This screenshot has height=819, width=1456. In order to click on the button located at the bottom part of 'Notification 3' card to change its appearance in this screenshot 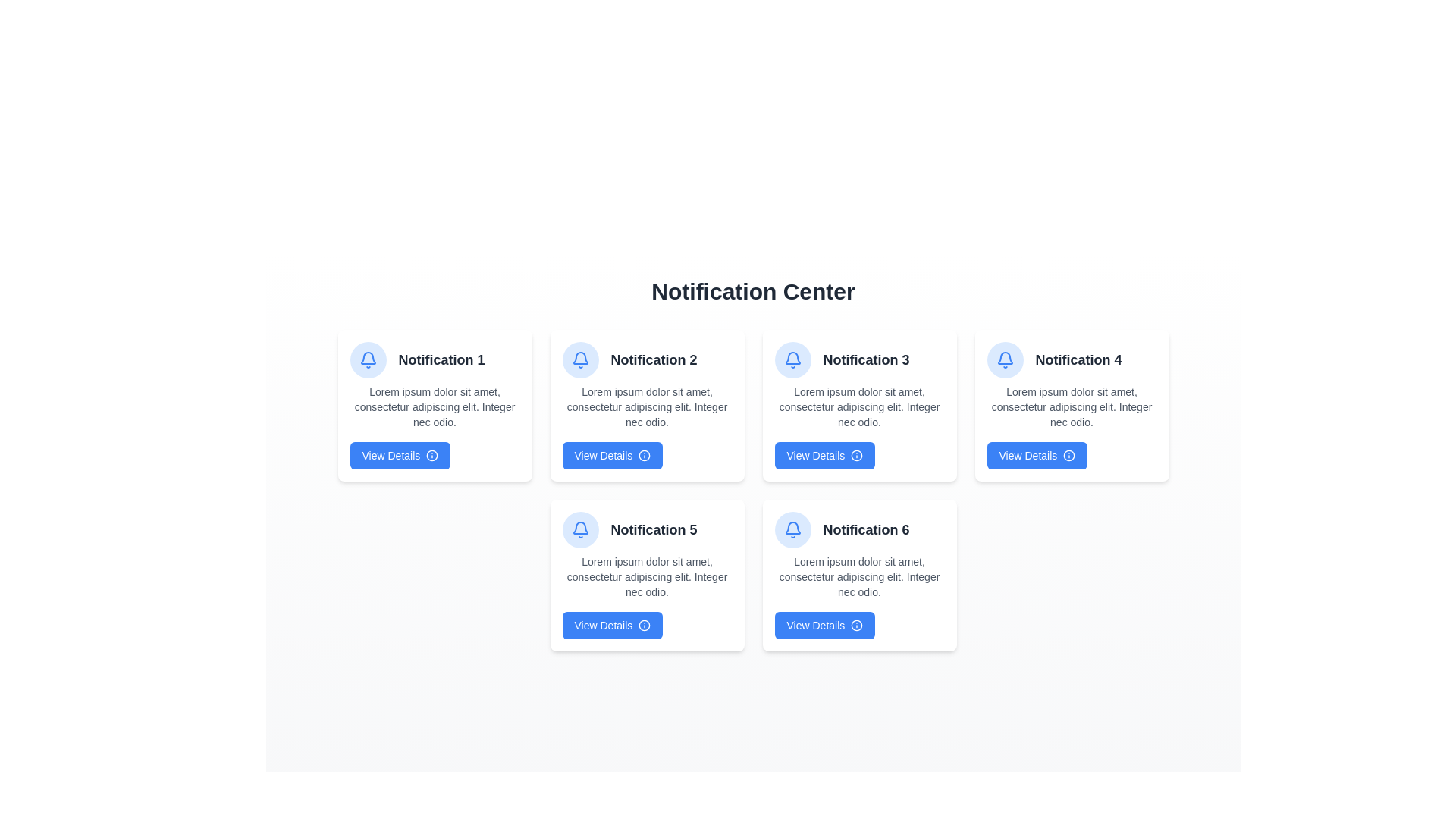, I will do `click(824, 455)`.